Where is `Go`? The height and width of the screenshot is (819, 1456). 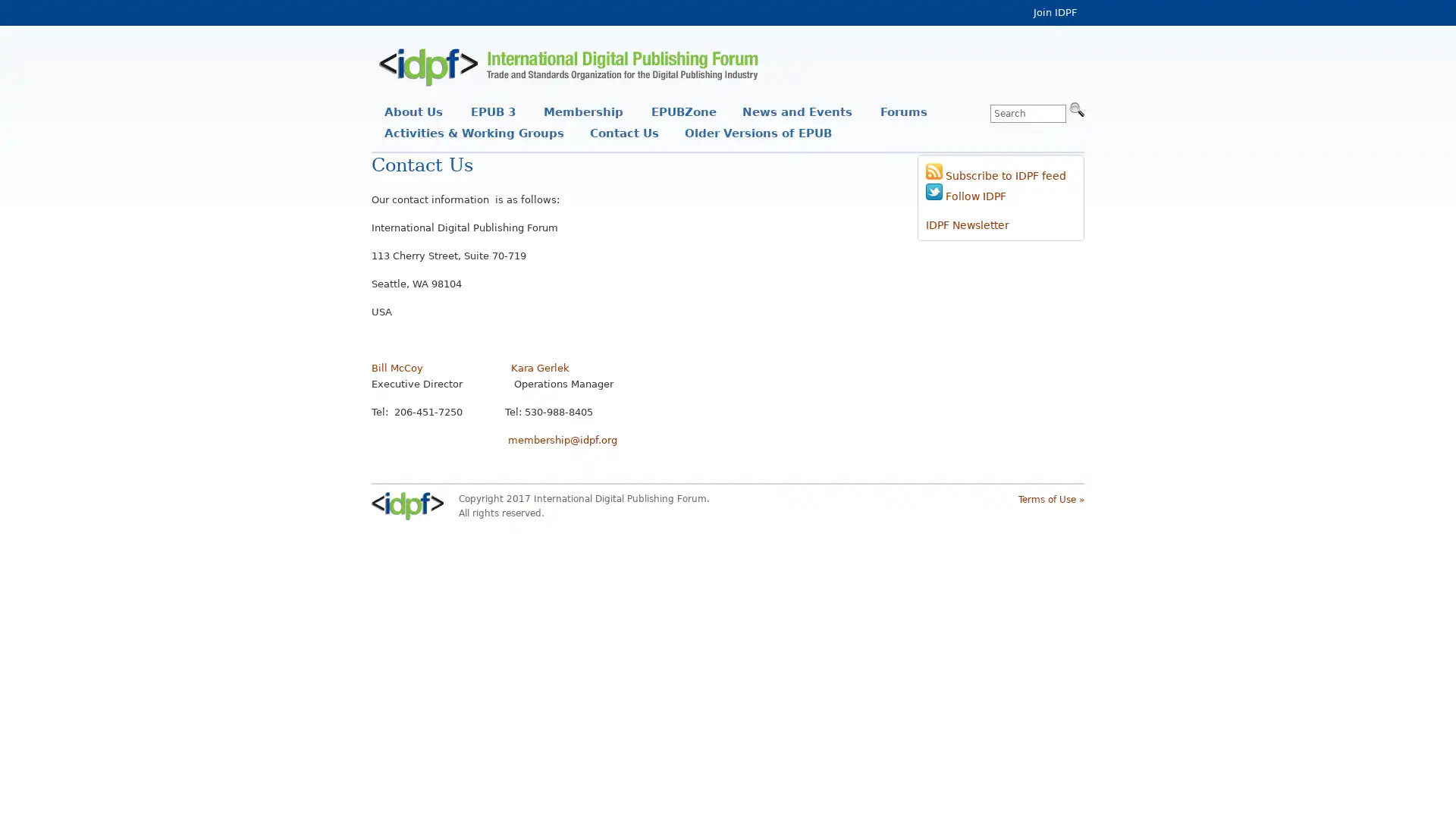
Go is located at coordinates (1076, 108).